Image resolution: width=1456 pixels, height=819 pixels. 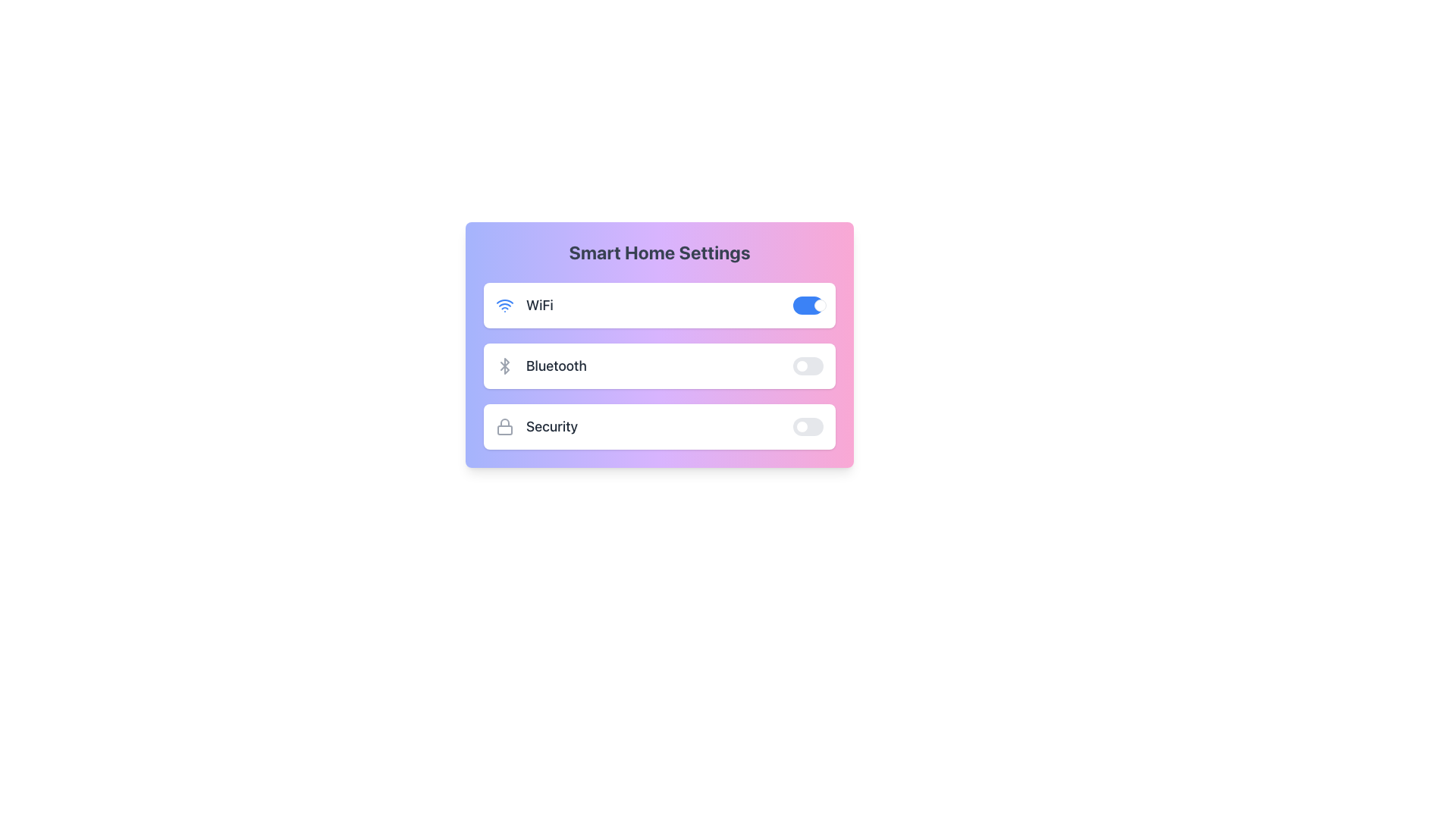 What do you see at coordinates (819, 305) in the screenshot?
I see `the circular knob within the toggle switch` at bounding box center [819, 305].